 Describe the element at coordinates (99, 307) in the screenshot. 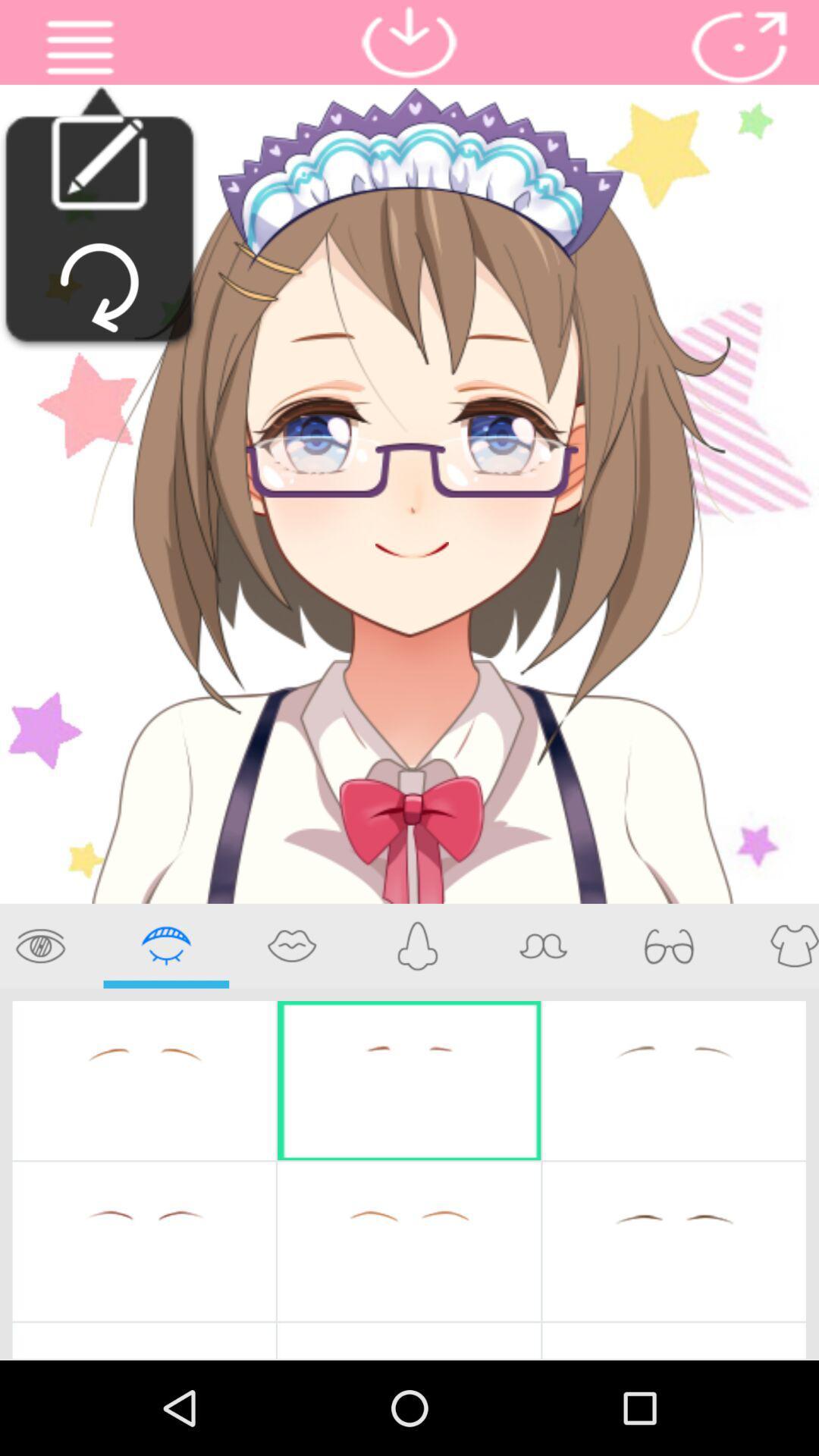

I see `the refresh icon` at that location.